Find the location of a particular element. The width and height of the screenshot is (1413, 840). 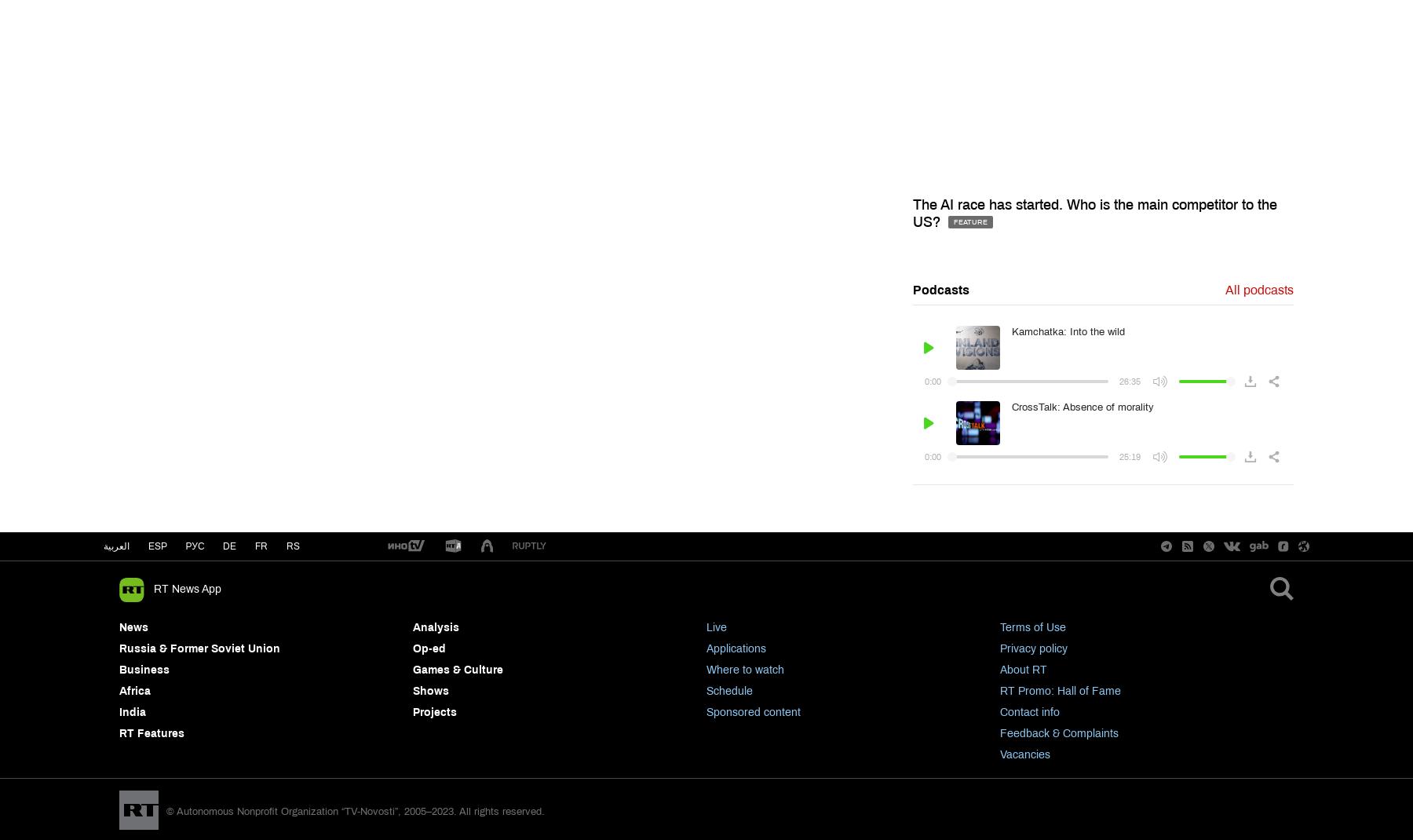

'de' is located at coordinates (228, 546).